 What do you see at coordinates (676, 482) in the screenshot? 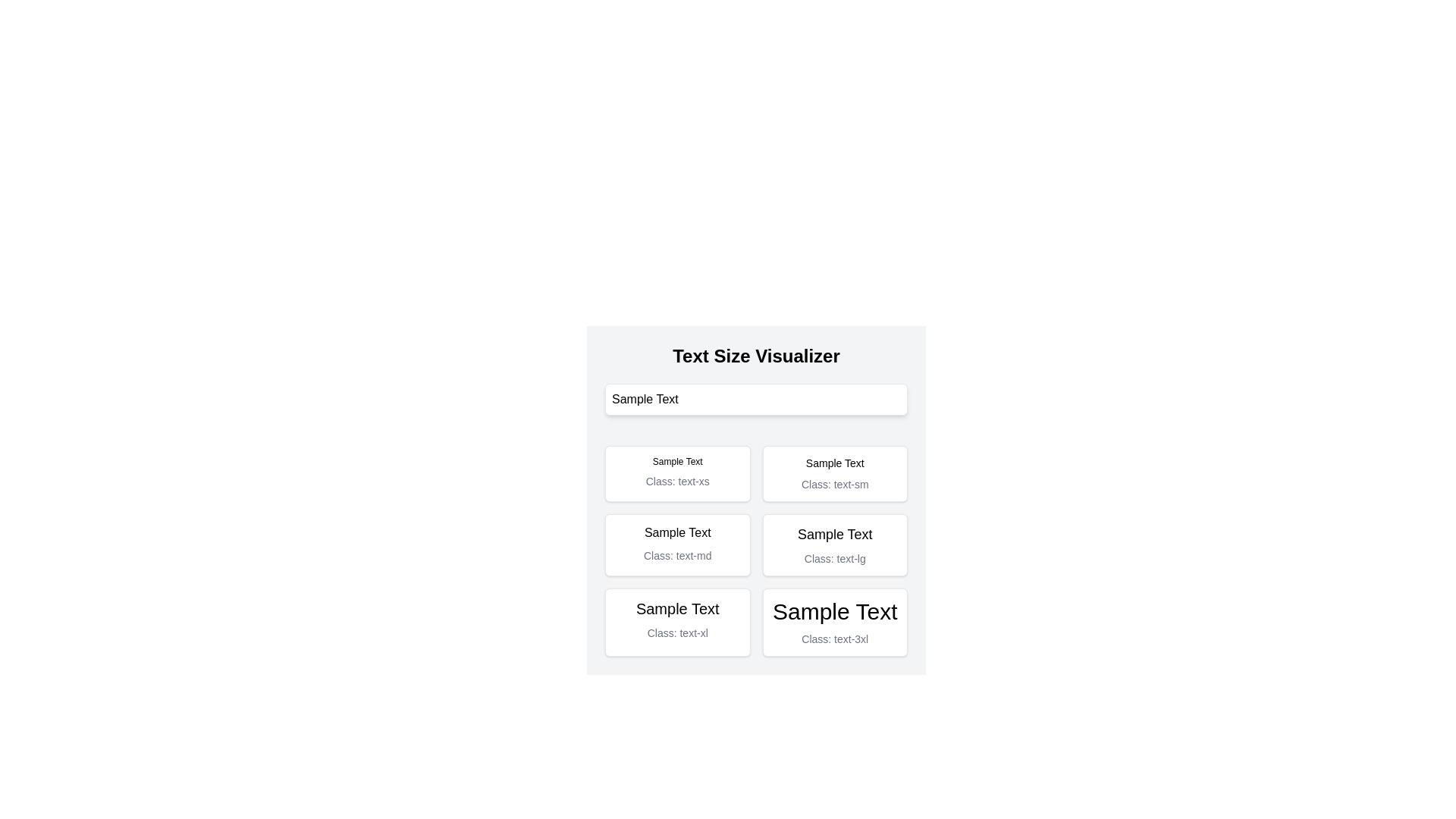
I see `the text label displaying 'Class: text-xs' which is styled in small gray font and positioned beneath the bold text 'Sample Text' in the upper-left of the grid interface` at bounding box center [676, 482].